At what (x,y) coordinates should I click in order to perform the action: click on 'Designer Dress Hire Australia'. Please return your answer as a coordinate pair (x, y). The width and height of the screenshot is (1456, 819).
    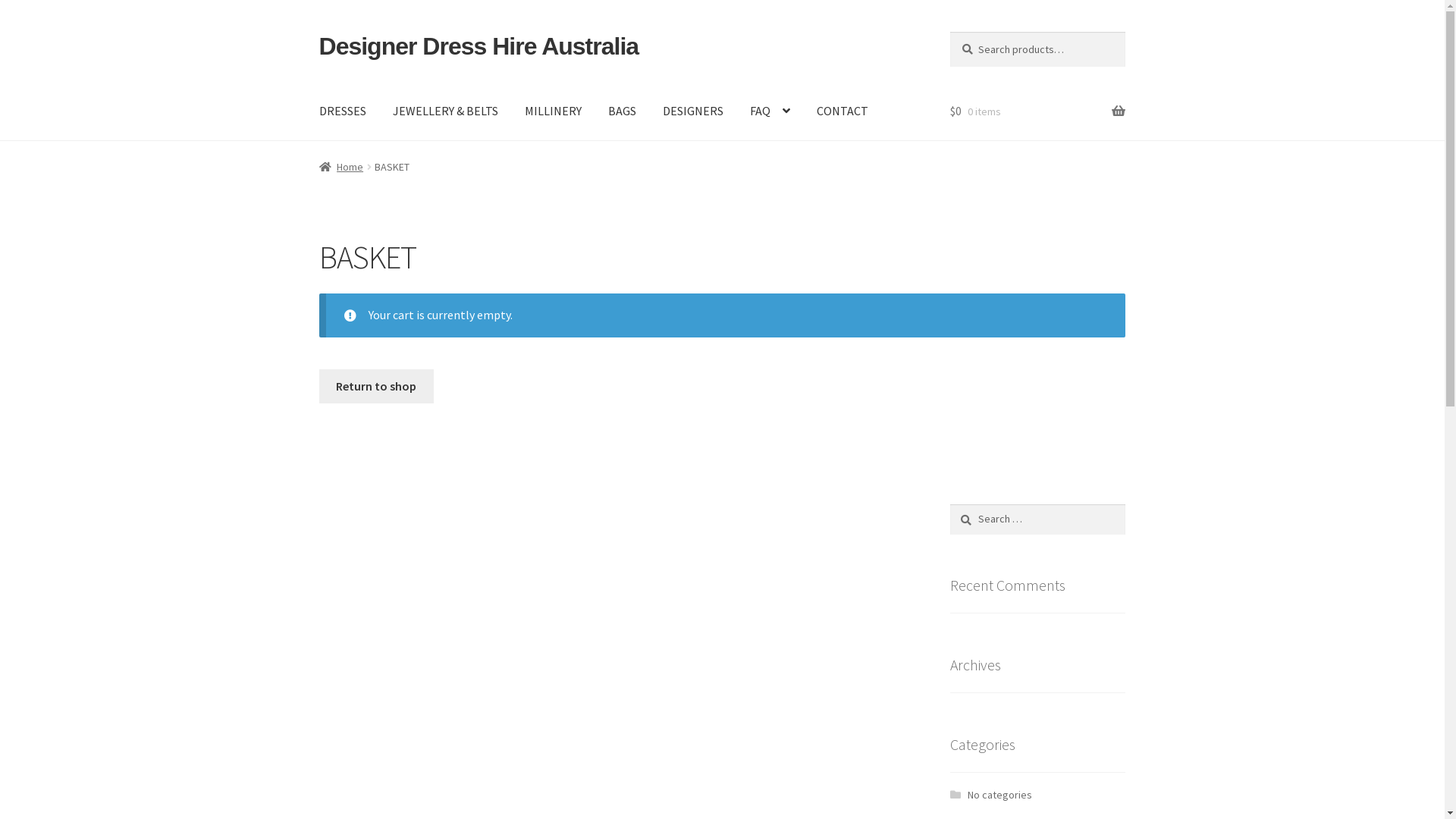
    Looking at the image, I should click on (479, 45).